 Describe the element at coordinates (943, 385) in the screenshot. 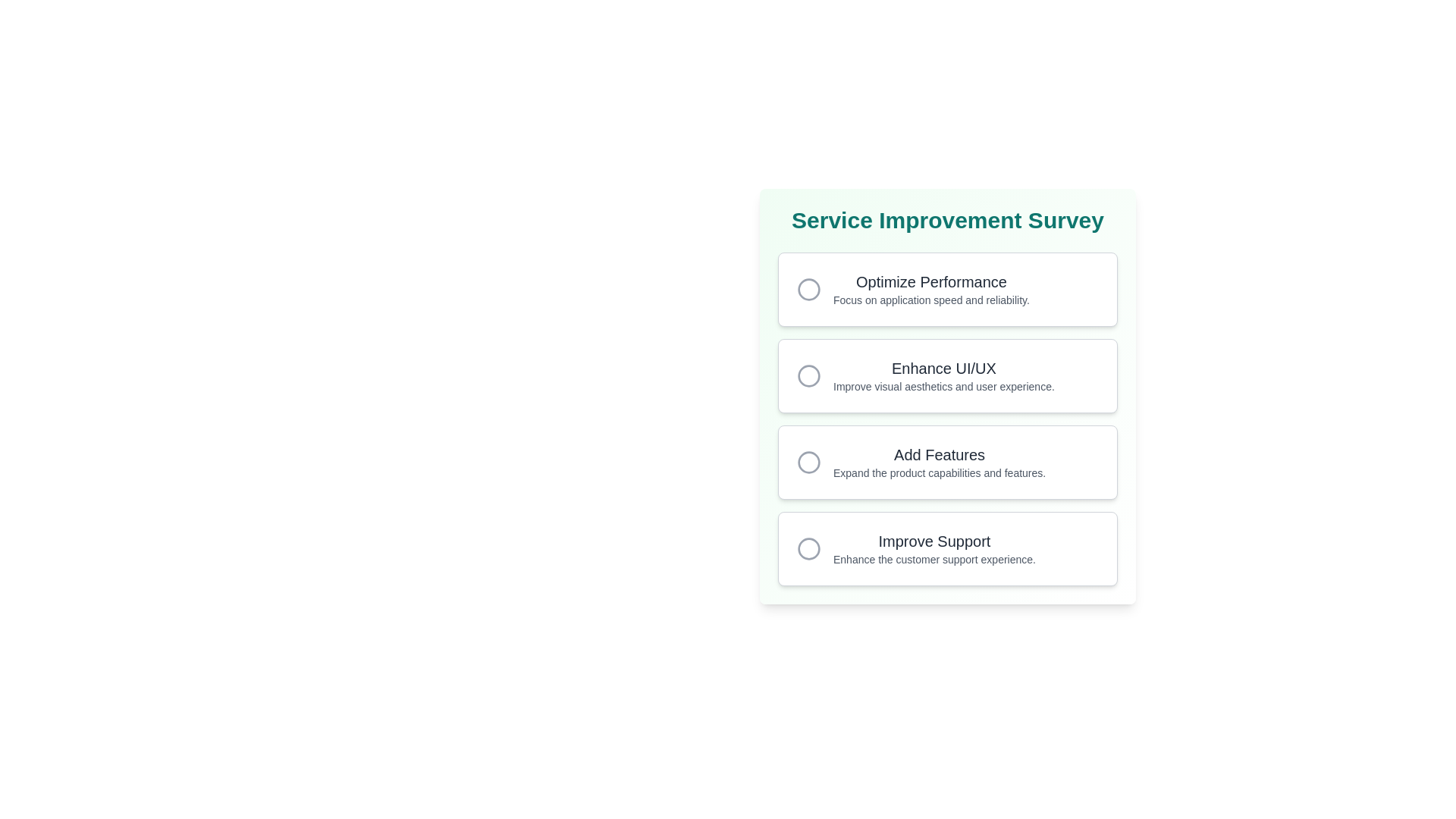

I see `the text label providing additional descriptive information for the 'Enhance UI/UX' option in the 'Service Improvement Survey' panel` at that location.